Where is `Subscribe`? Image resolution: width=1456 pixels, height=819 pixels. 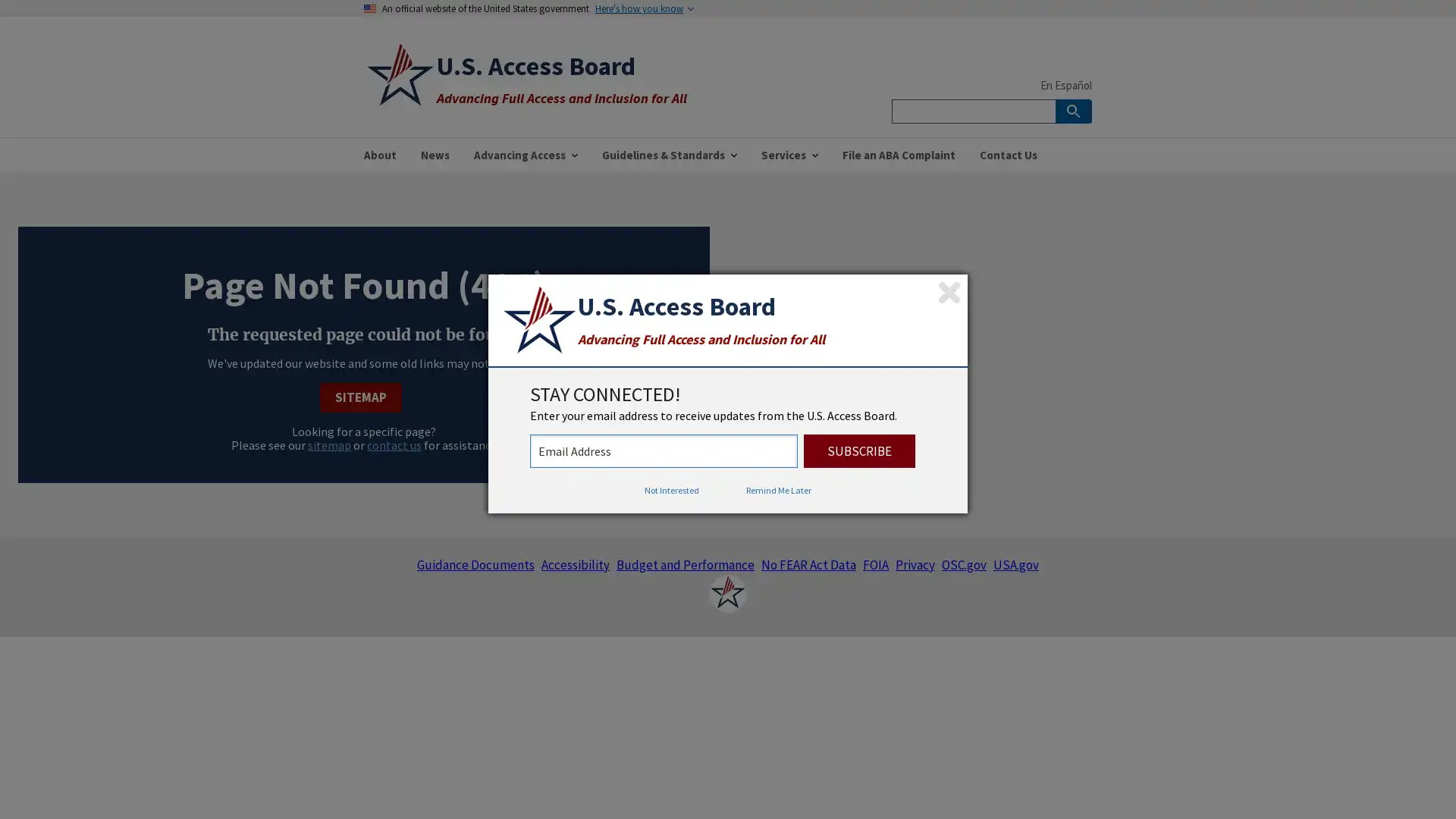 Subscribe is located at coordinates (859, 450).